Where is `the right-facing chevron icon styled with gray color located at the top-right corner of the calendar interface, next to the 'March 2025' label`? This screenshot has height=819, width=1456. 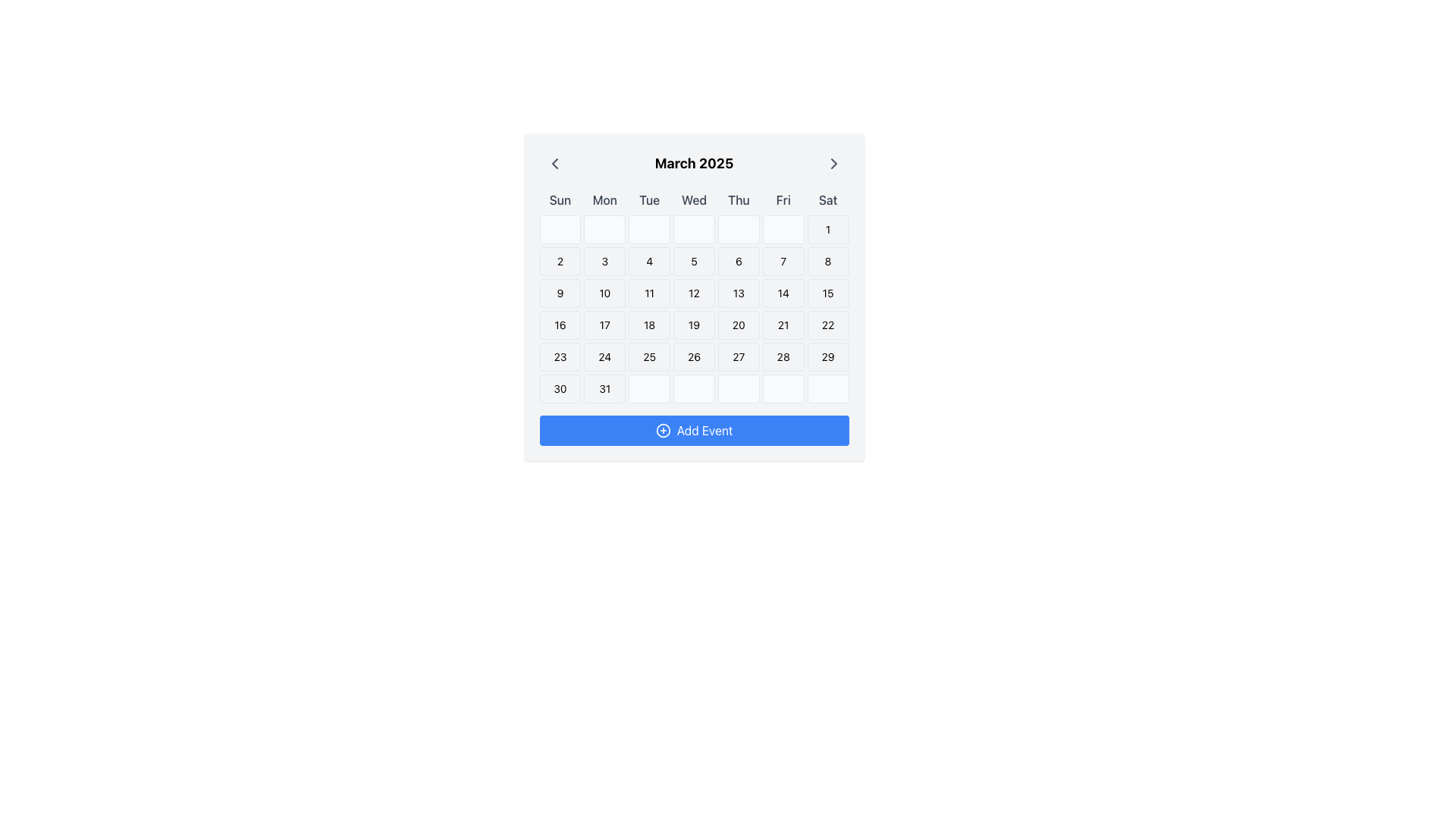
the right-facing chevron icon styled with gray color located at the top-right corner of the calendar interface, next to the 'March 2025' label is located at coordinates (833, 164).